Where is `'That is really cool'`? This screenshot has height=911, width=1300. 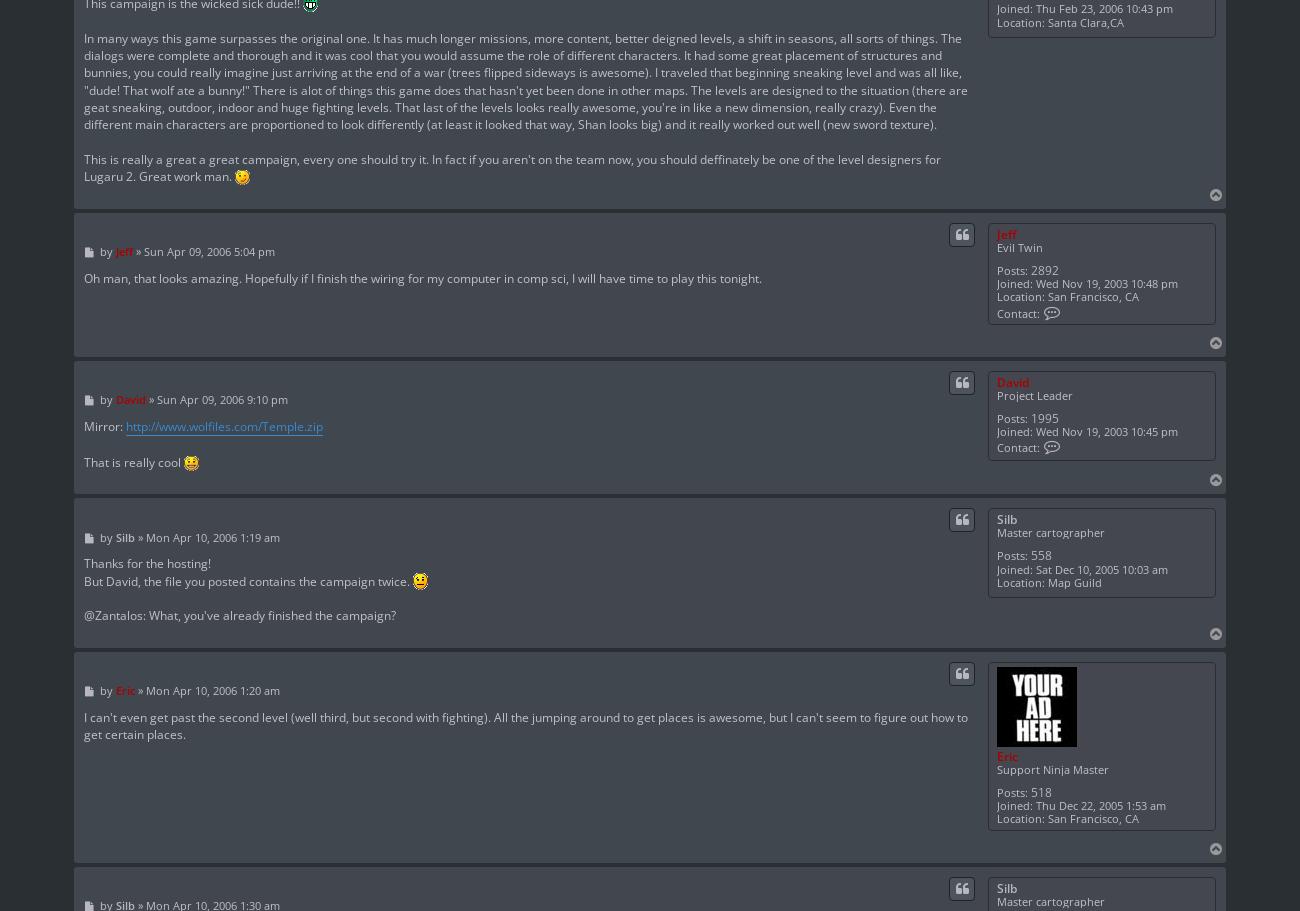 'That is really cool' is located at coordinates (133, 460).